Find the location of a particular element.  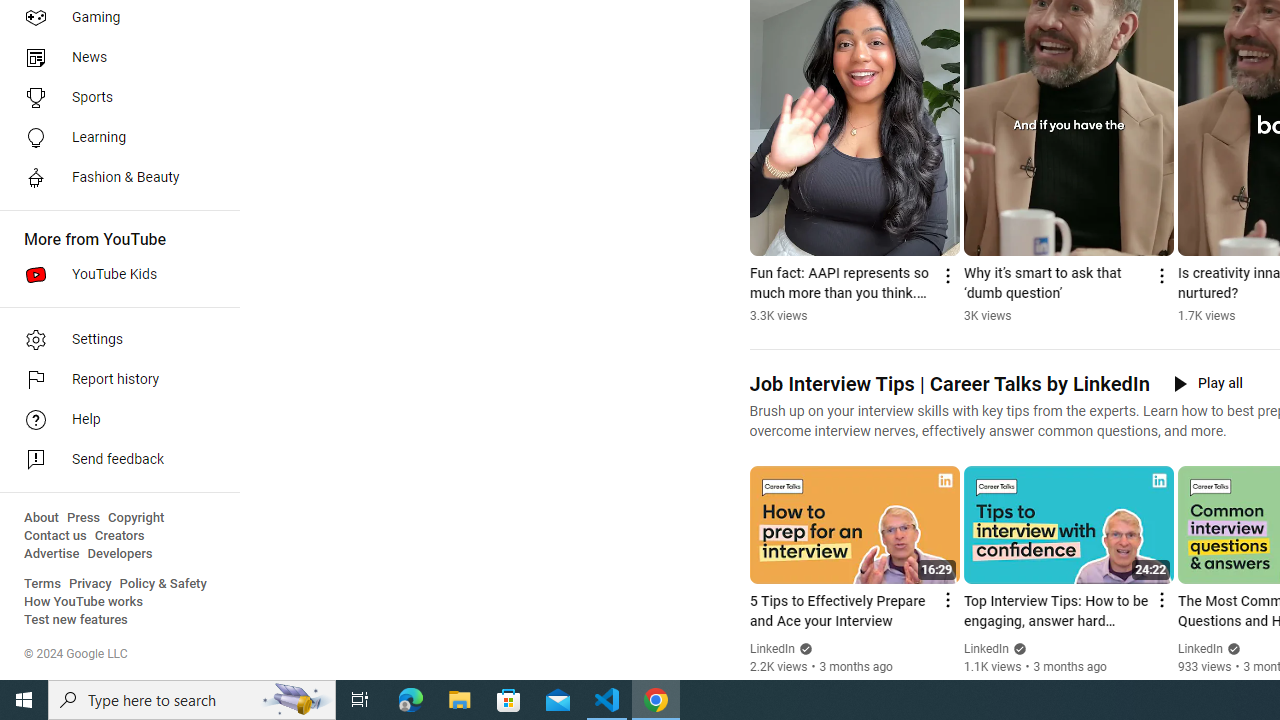

'News' is located at coordinates (112, 56).